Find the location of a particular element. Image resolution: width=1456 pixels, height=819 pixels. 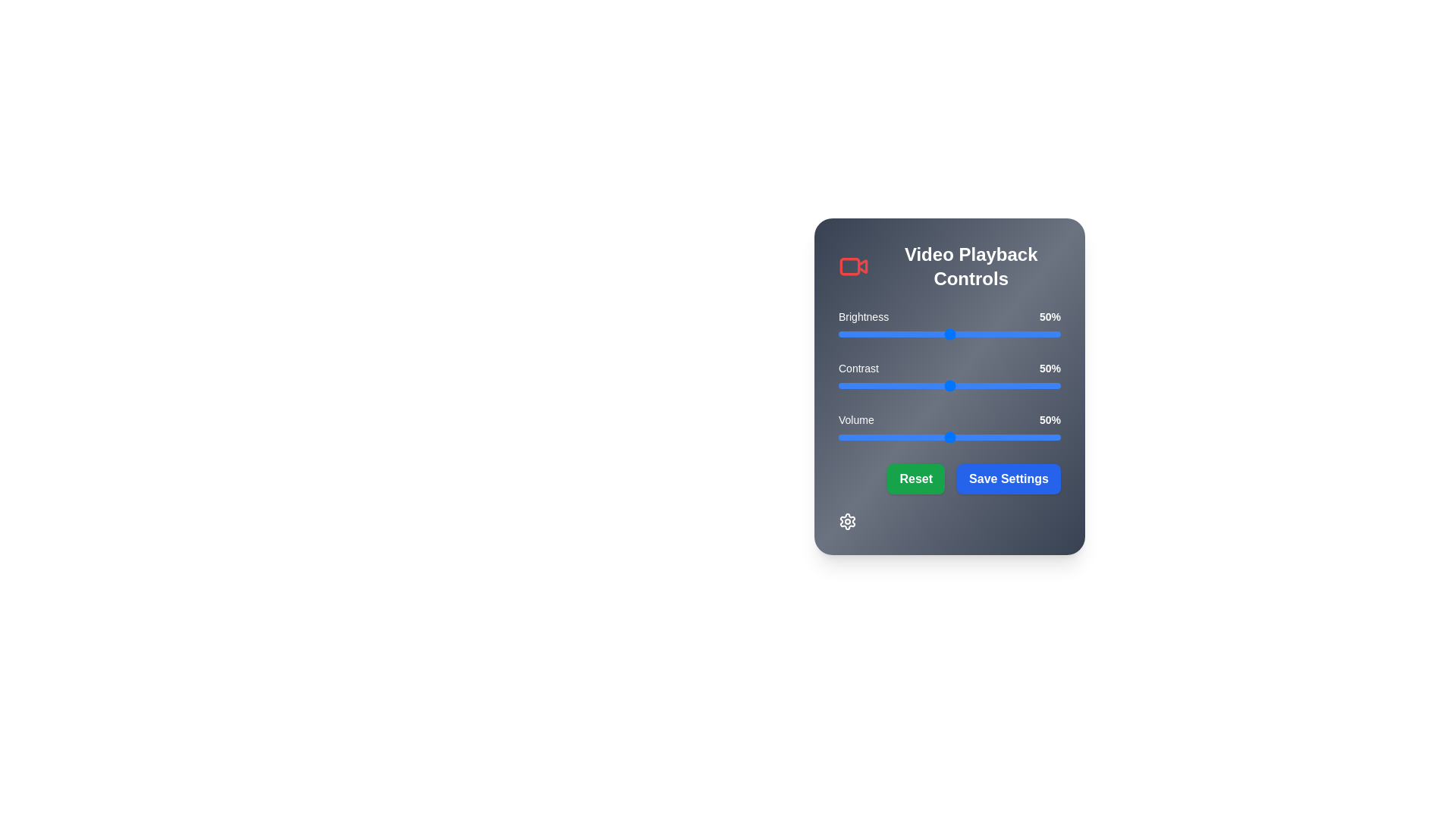

the 'Save Settings' button, which is a rectangular button with white text on a blue background, located at the bottom right of the 'Video Playback Controls' card, immediately to the right of the 'Reset' button is located at coordinates (1008, 479).